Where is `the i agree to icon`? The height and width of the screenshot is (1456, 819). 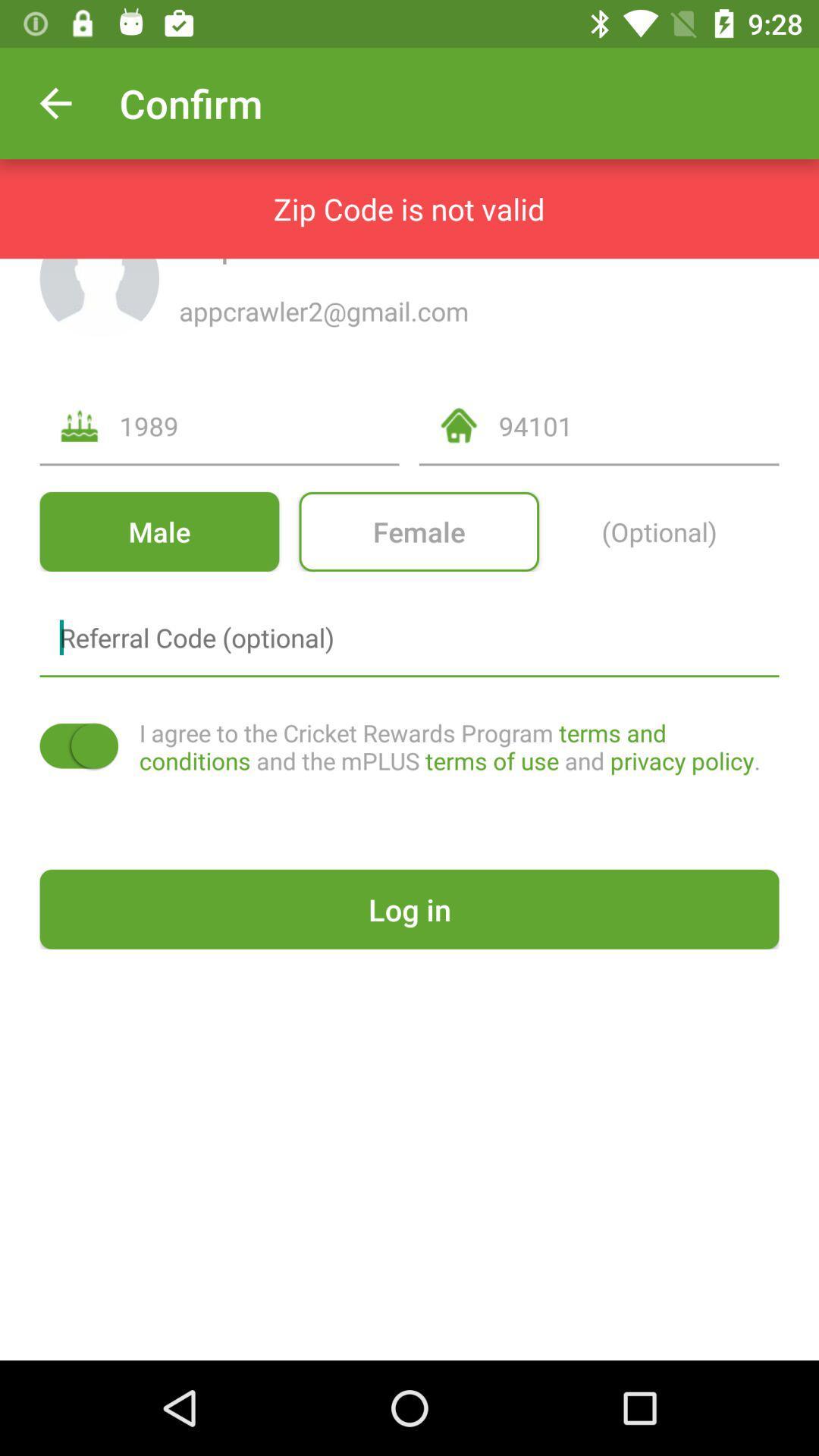 the i agree to icon is located at coordinates (458, 746).